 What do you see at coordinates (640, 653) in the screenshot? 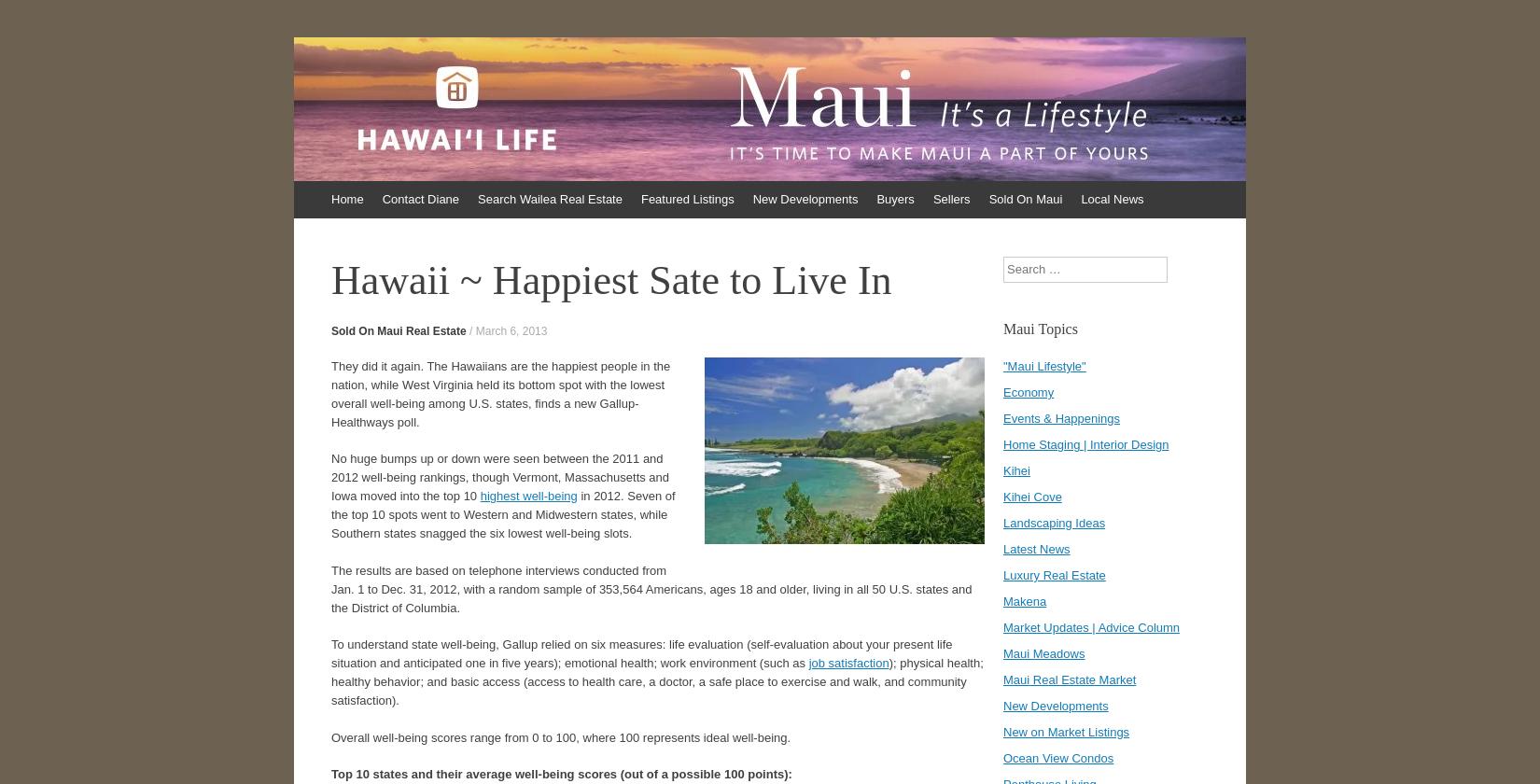
I see `'To understand state well-being, Gallup relied on six measures: life evaluation (self-evaluation about your present life situation and anticipated one in five years); emotional health; work environment (such as'` at bounding box center [640, 653].